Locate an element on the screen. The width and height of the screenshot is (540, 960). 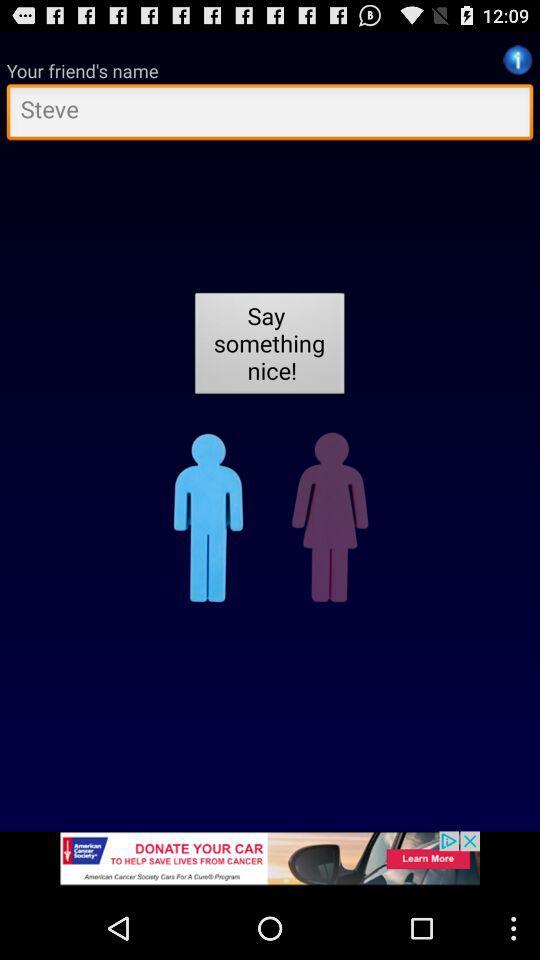
the home icon is located at coordinates (215, 555).